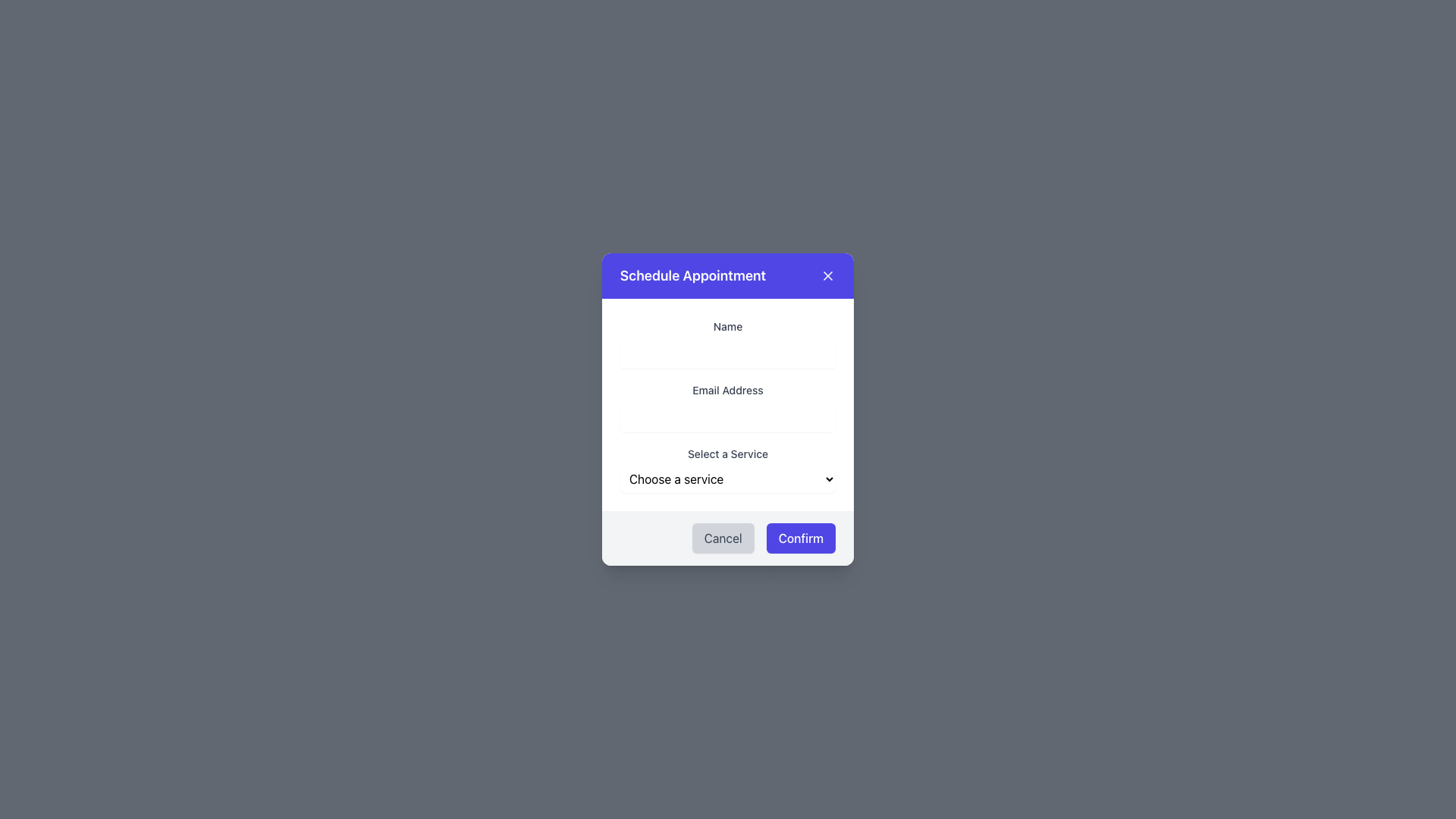 This screenshot has height=819, width=1456. Describe the element at coordinates (800, 537) in the screenshot. I see `the 'Confirm' button with a blue background and white text located at the bottom-right corner of the dialog box to change its background color to dark blue` at that location.